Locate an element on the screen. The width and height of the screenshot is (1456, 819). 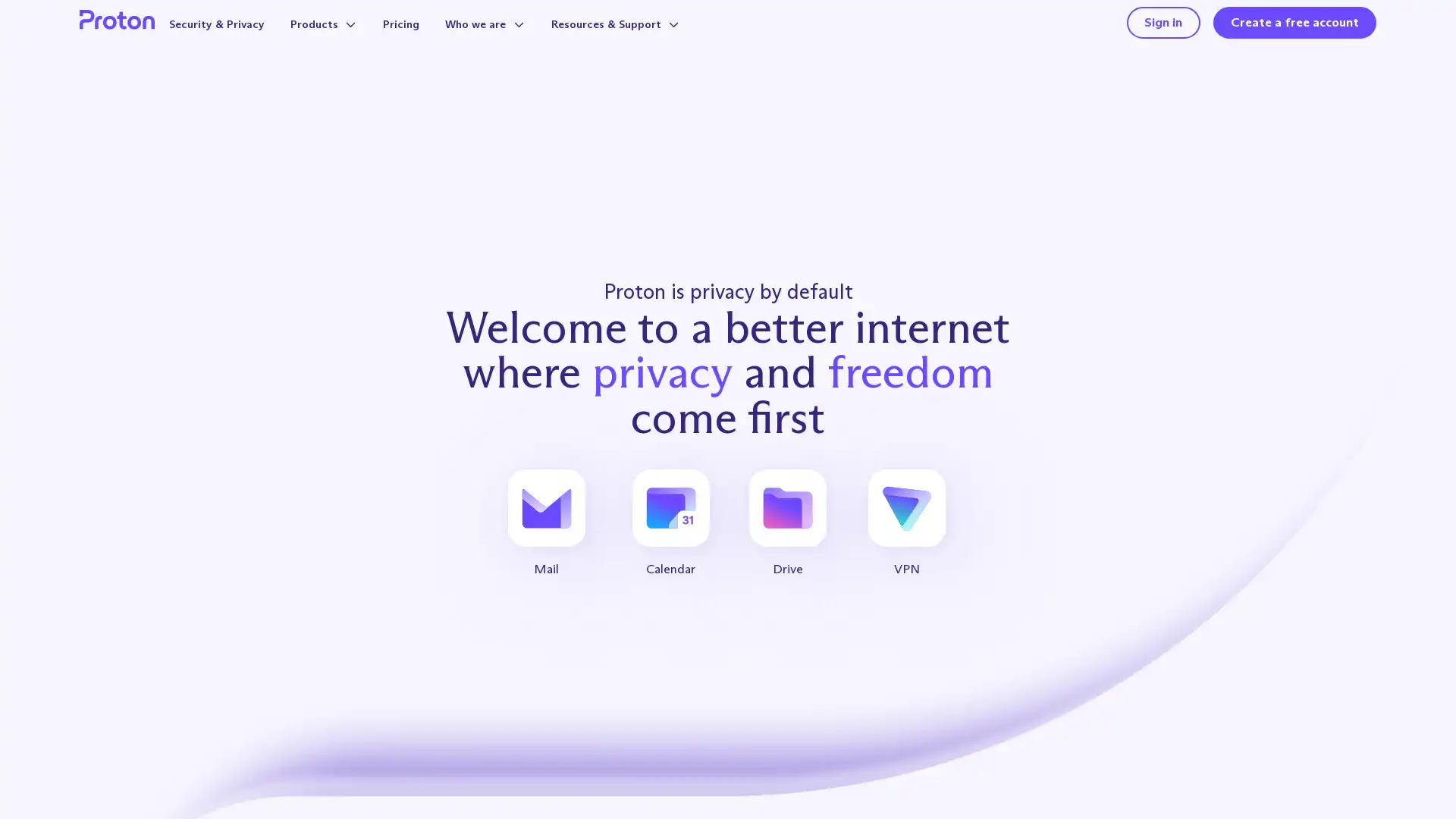
Who we are is located at coordinates (515, 39).